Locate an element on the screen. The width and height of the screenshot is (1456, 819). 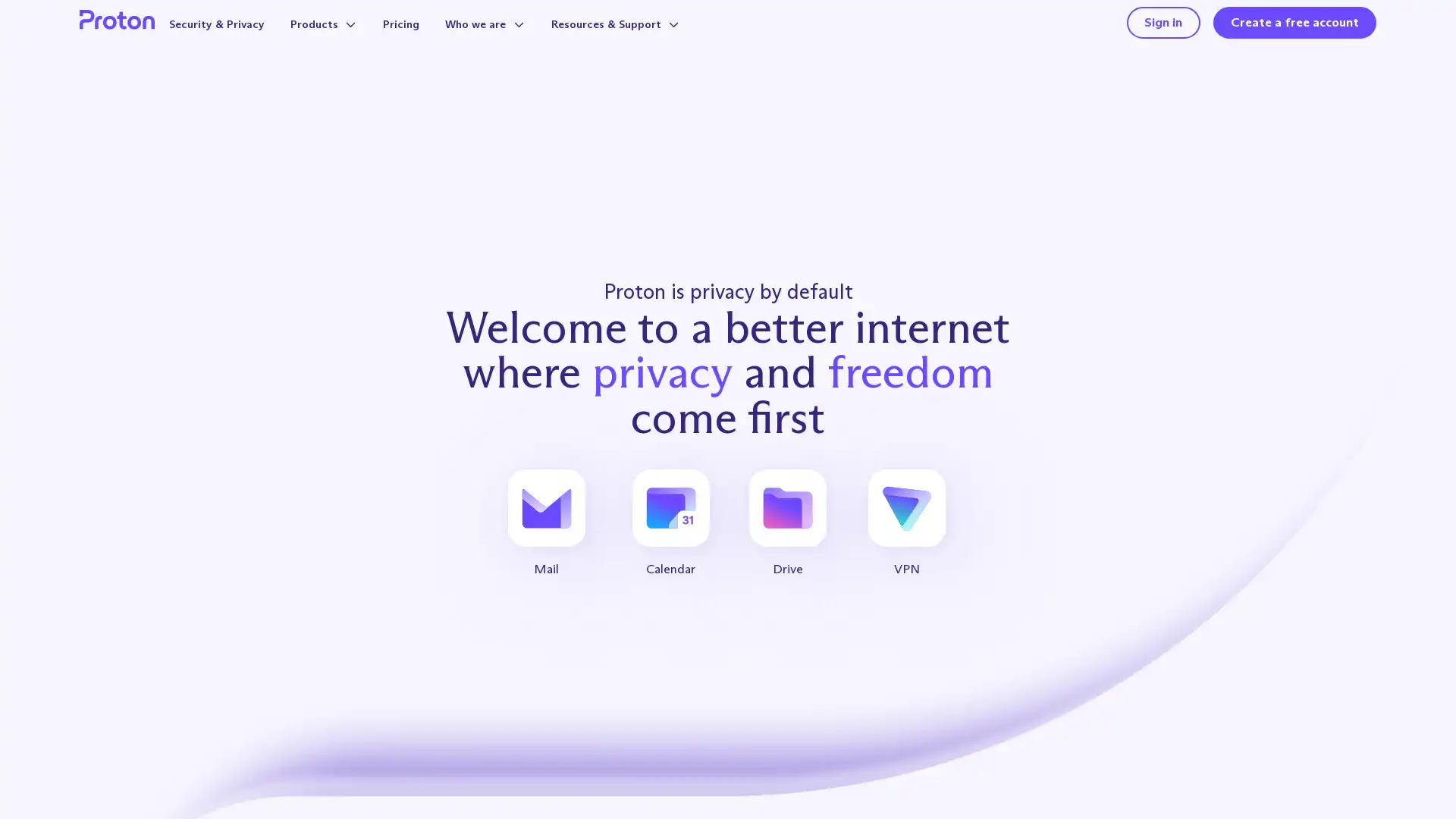
Who we are is located at coordinates (515, 39).